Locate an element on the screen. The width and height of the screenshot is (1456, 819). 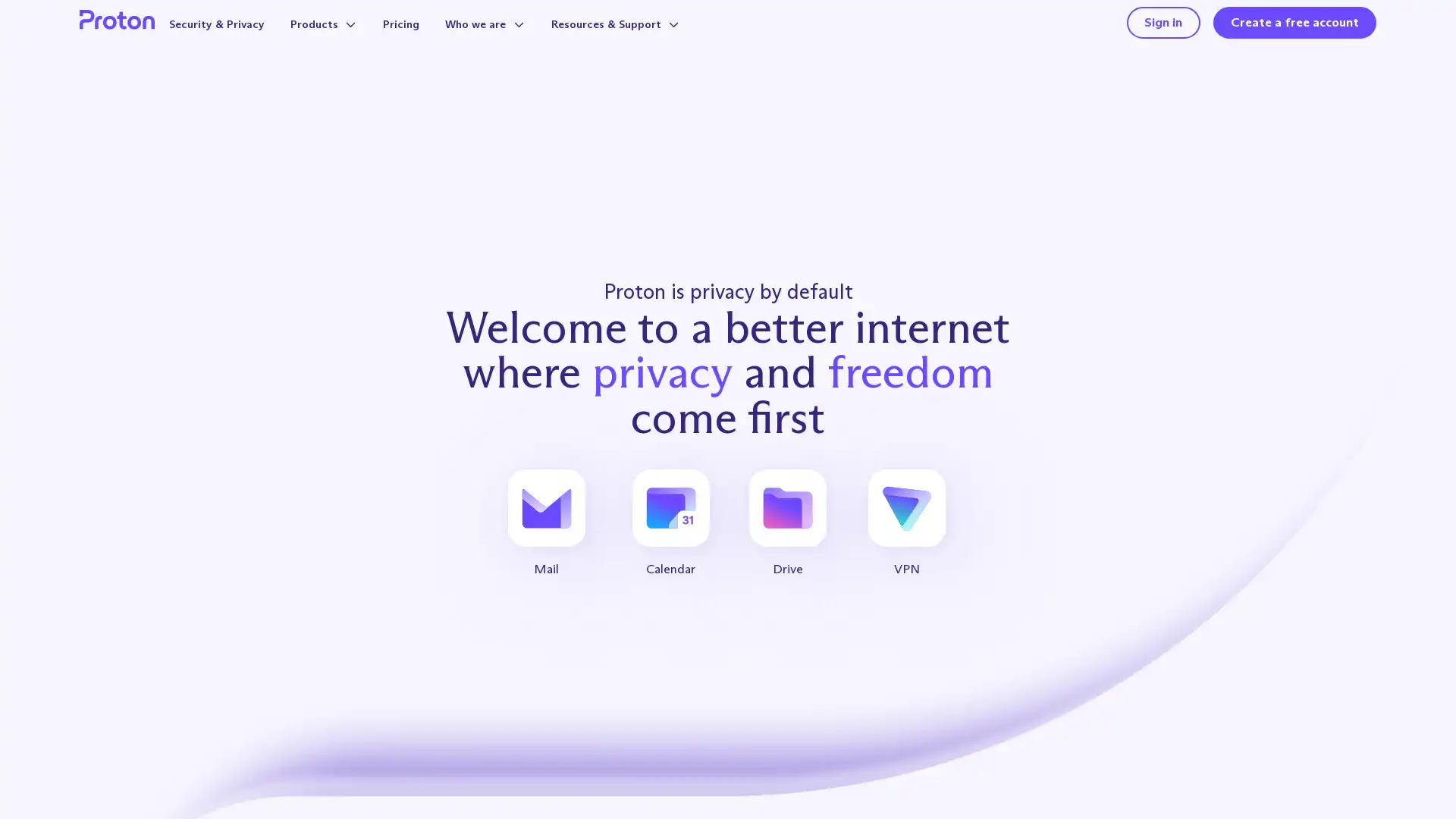
Who we are is located at coordinates (515, 39).